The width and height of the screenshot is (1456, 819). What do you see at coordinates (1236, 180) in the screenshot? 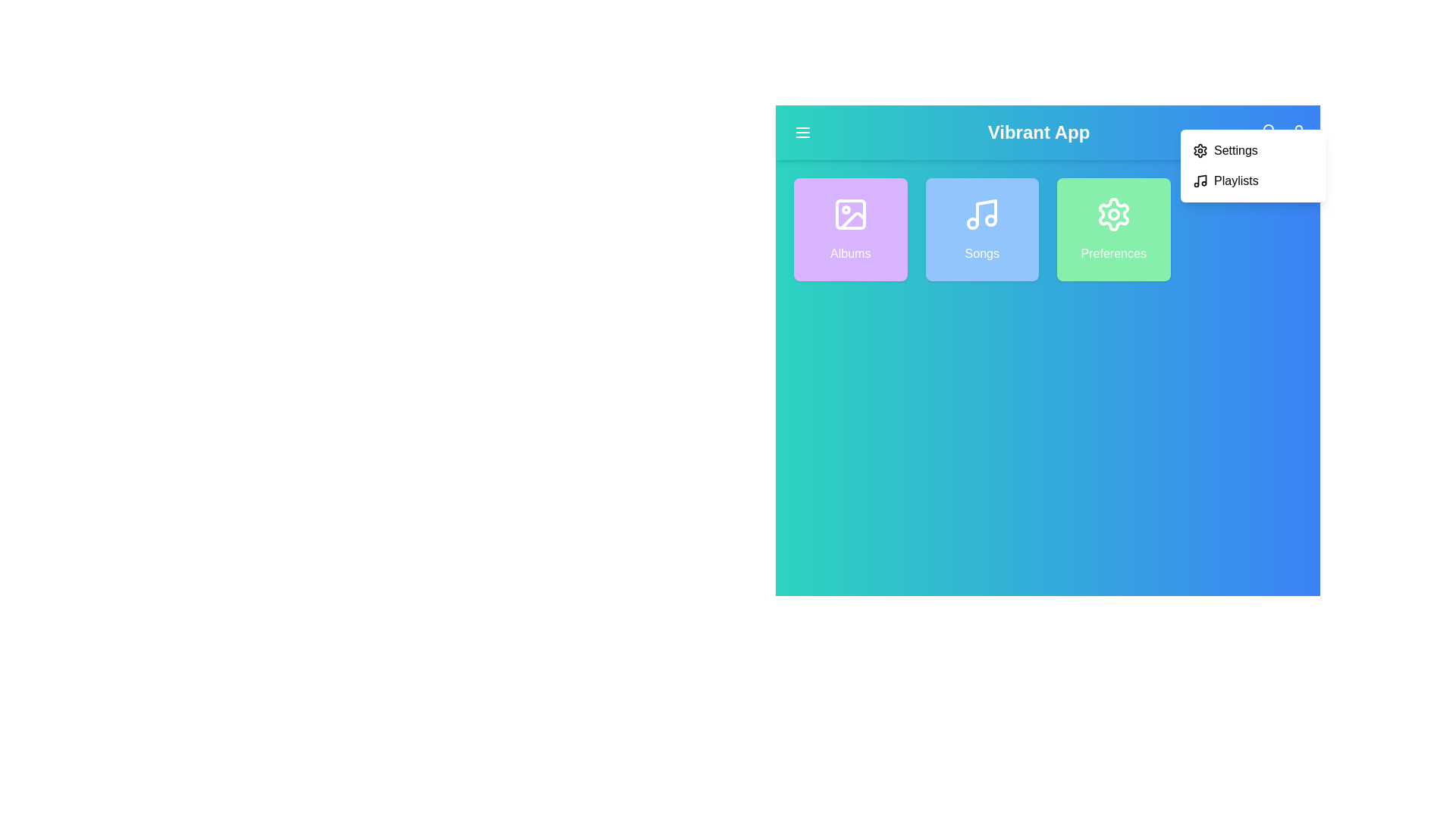
I see `the 'Playlists' option in the dropdown menu` at bounding box center [1236, 180].